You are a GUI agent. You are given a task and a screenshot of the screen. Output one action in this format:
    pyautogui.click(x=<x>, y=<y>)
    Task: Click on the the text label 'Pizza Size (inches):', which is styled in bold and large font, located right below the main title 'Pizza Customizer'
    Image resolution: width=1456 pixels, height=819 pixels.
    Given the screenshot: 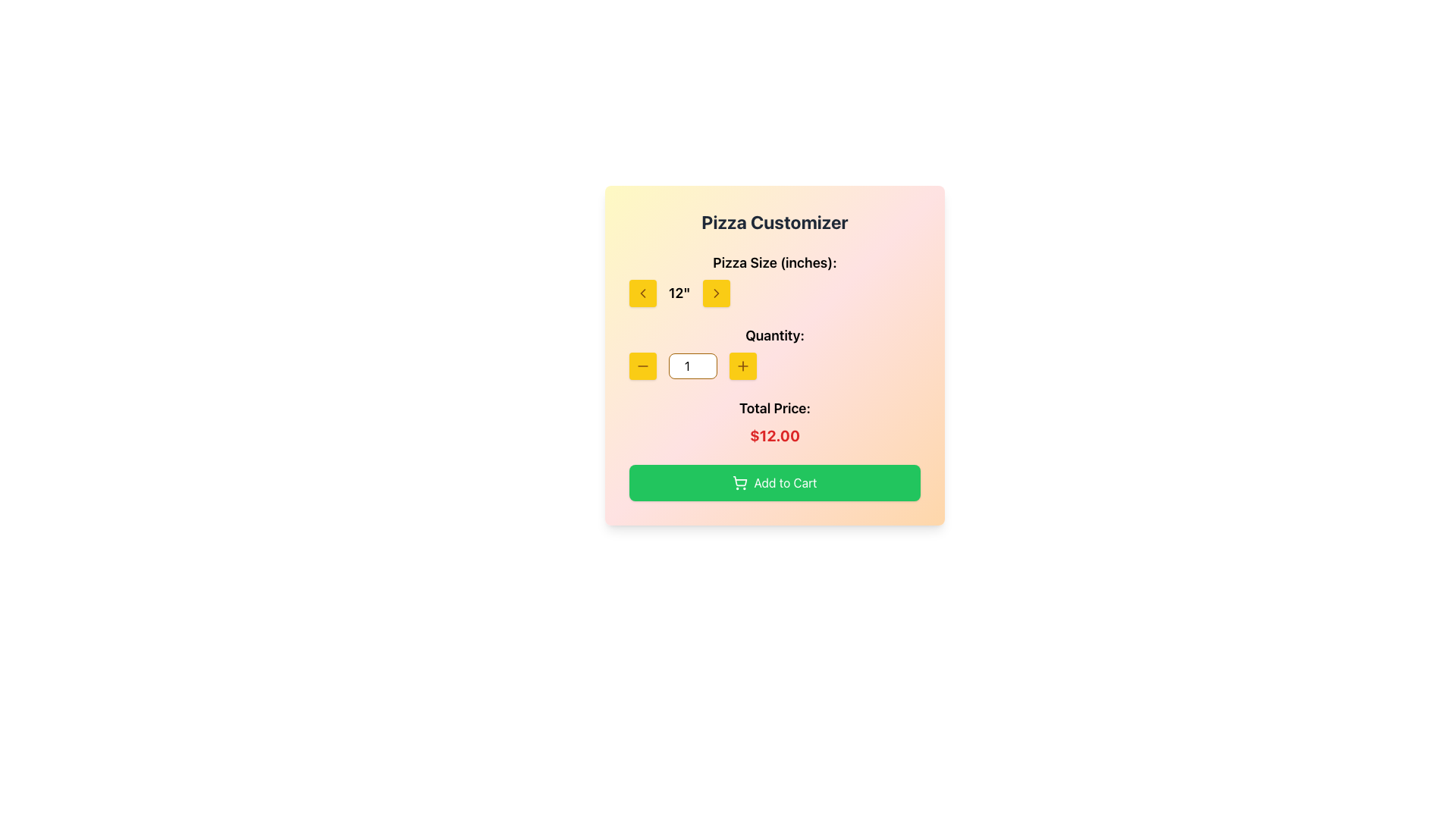 What is the action you would take?
    pyautogui.click(x=775, y=262)
    